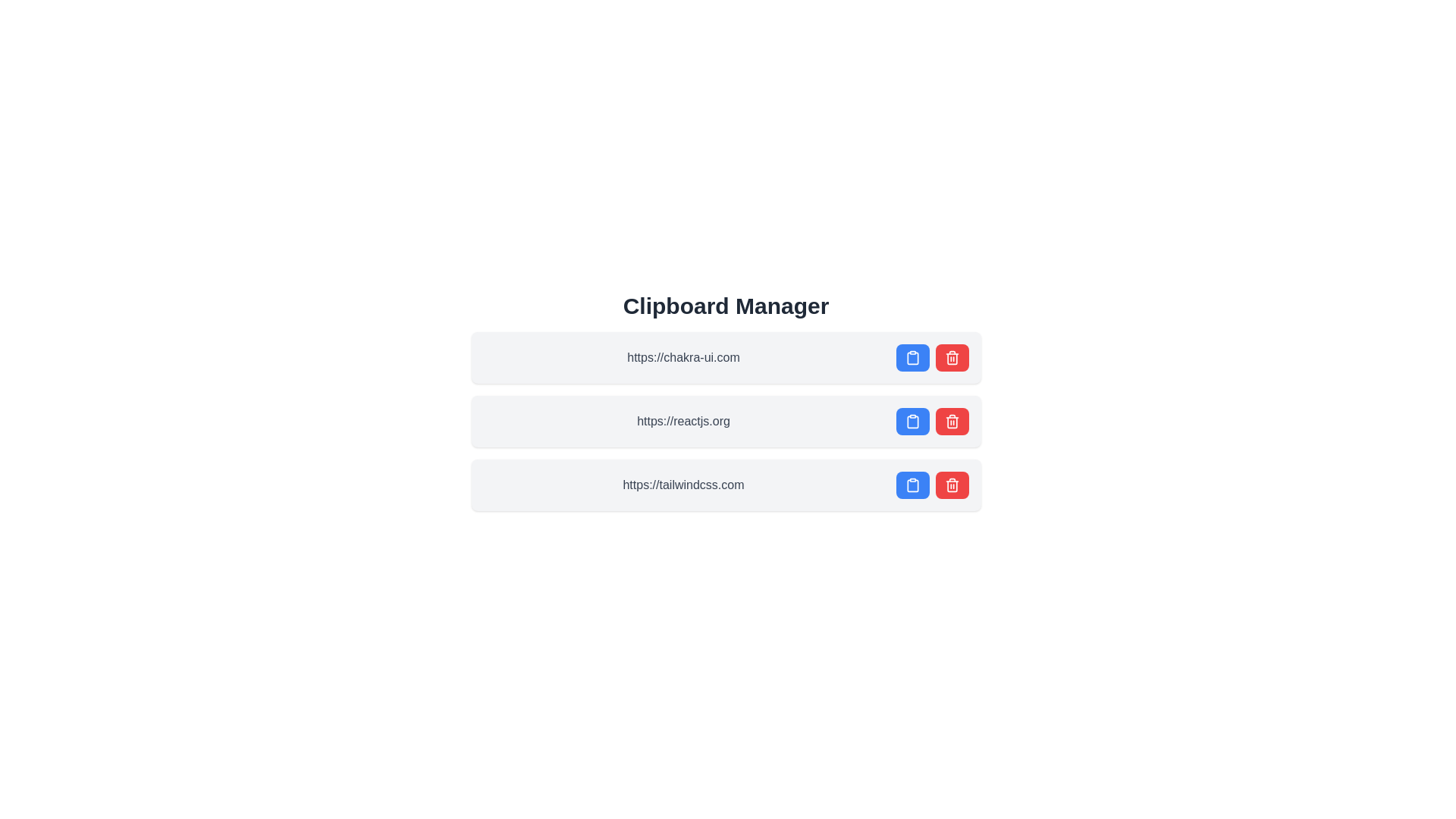  Describe the element at coordinates (912, 421) in the screenshot. I see `the square-shaped button with a blue background and white clipboard icon to copy text` at that location.